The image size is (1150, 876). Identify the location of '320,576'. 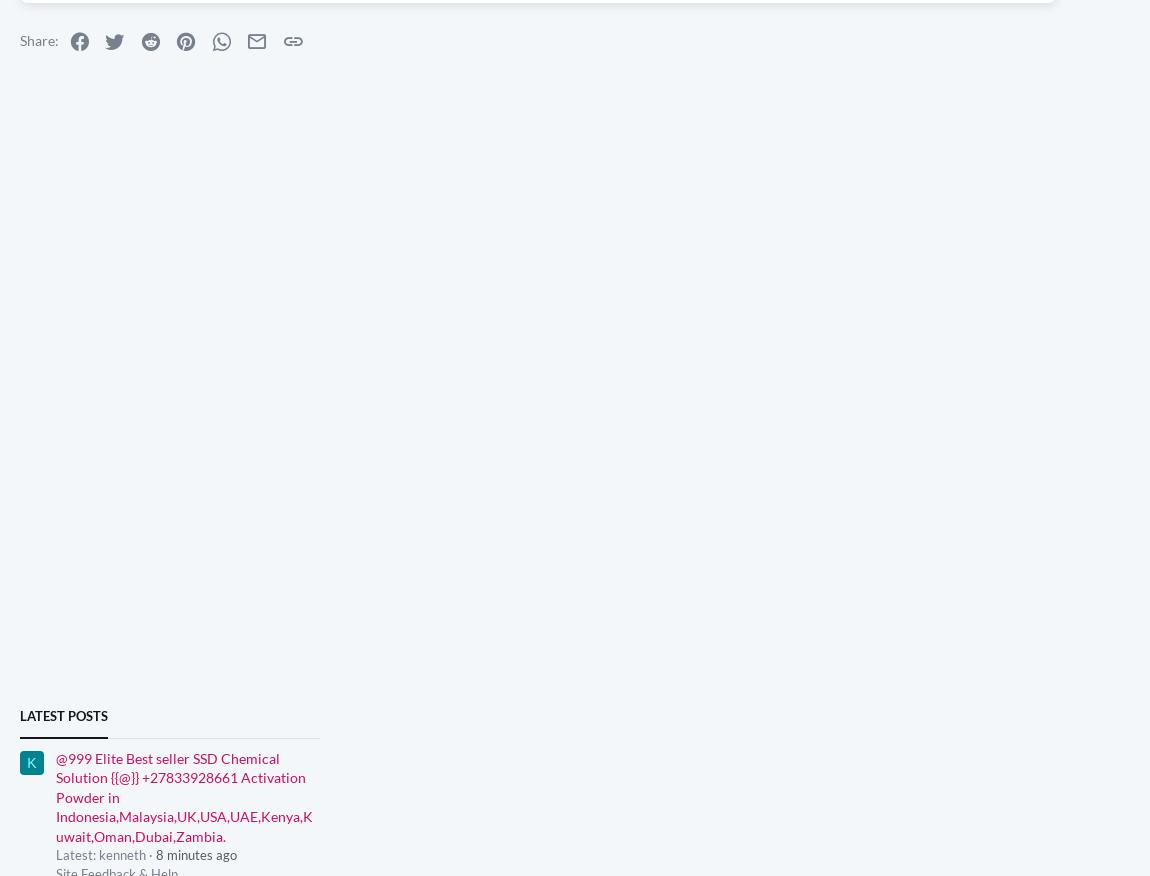
(1104, 385).